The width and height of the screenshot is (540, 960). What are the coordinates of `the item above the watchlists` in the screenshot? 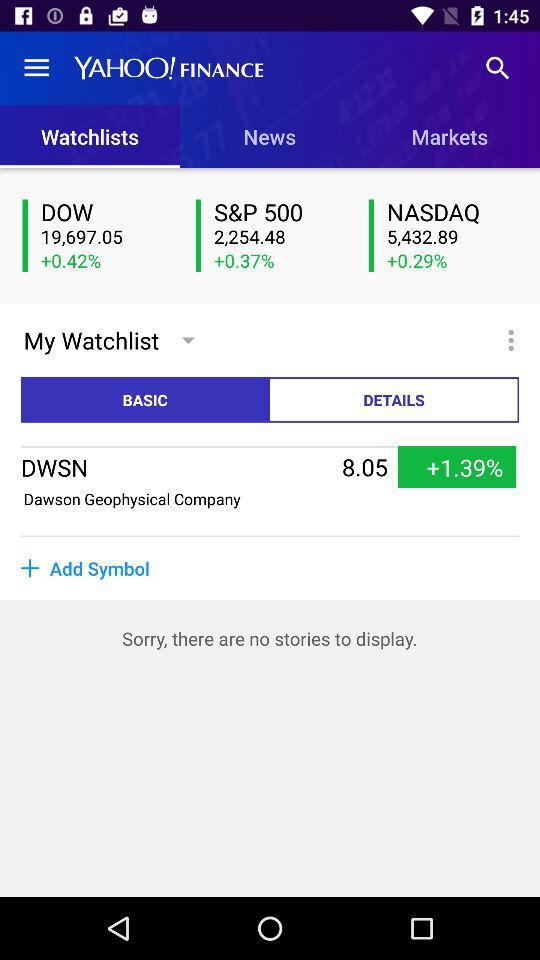 It's located at (36, 68).